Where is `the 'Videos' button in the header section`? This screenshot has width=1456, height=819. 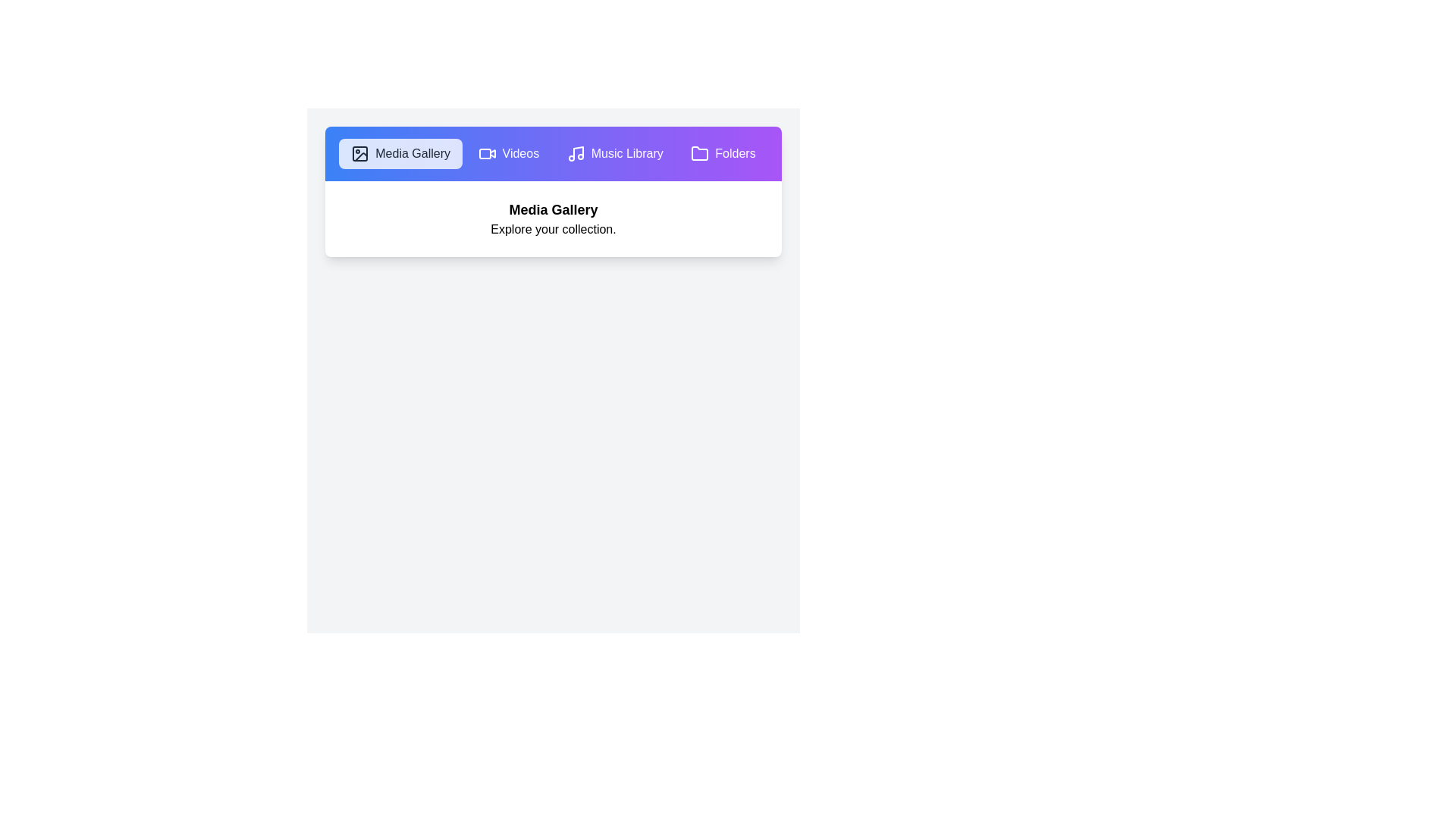
the 'Videos' button in the header section is located at coordinates (508, 154).